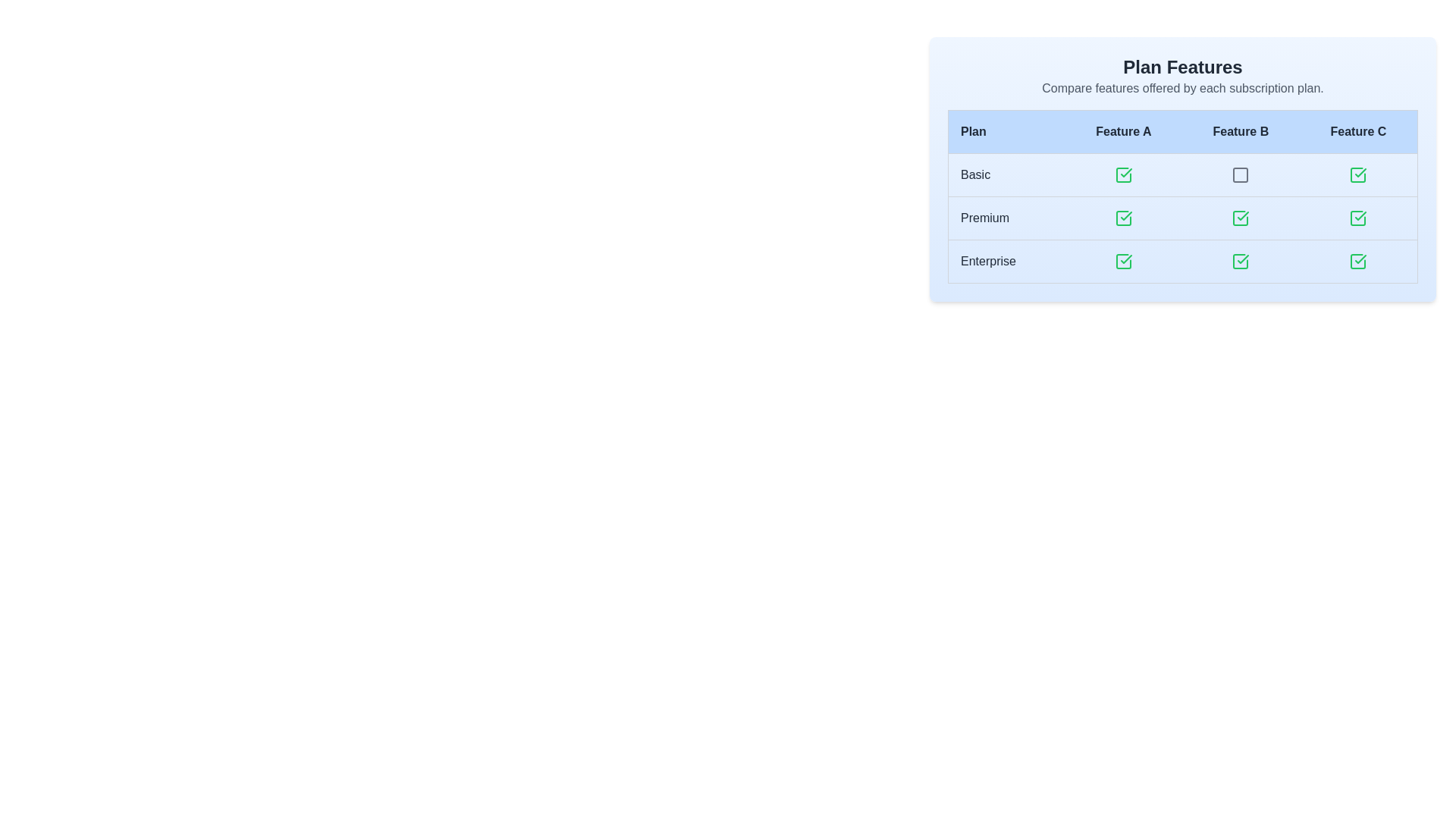 The height and width of the screenshot is (819, 1456). I want to click on the green checkmark icon in the bottom right corner of the grid that signifies the availability of 'Feature C' in the 'Enterprise' plan, so click(1358, 260).